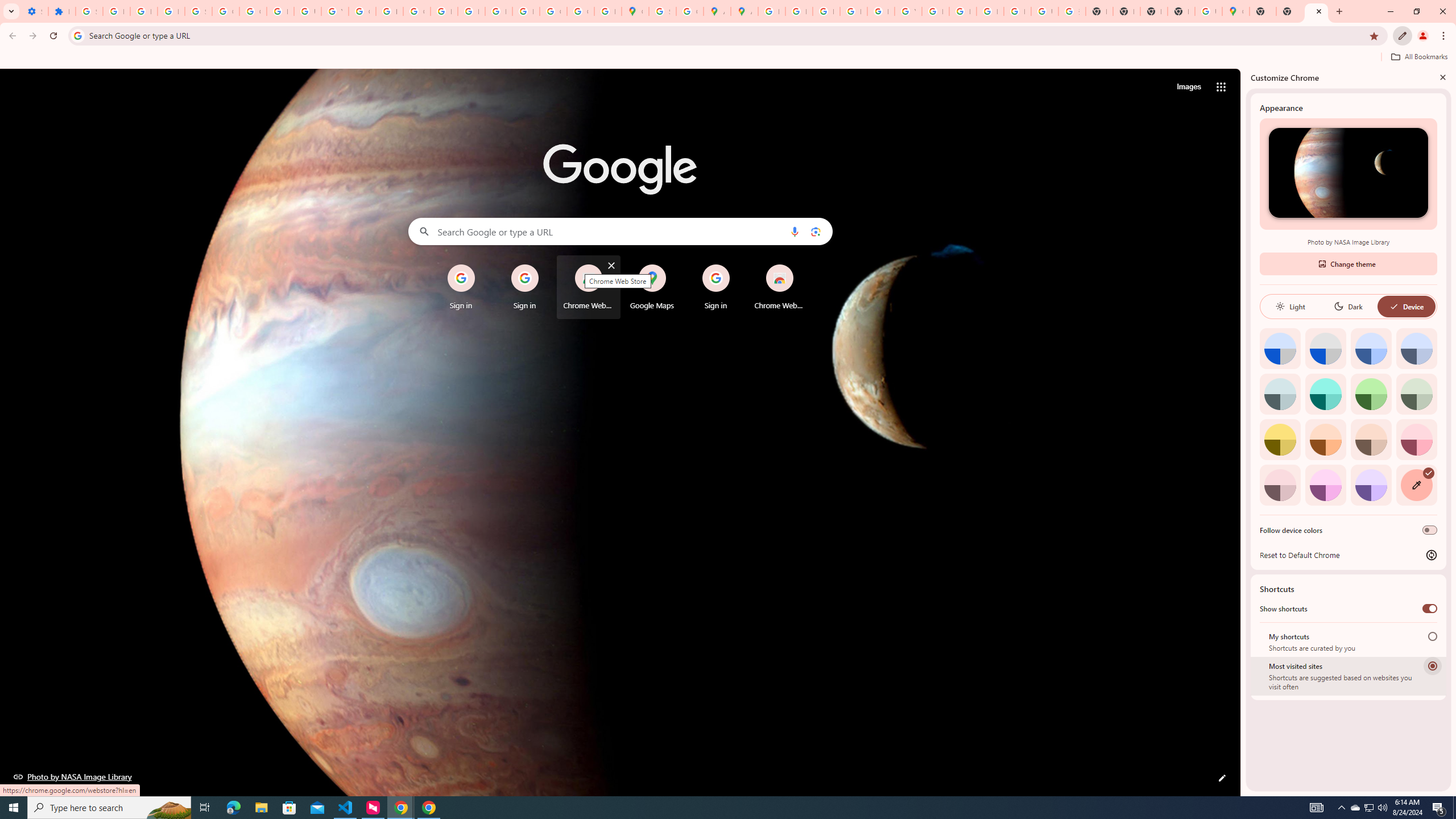 The height and width of the screenshot is (819, 1456). I want to click on 'Privacy Help Center - Policies Help', so click(825, 11).